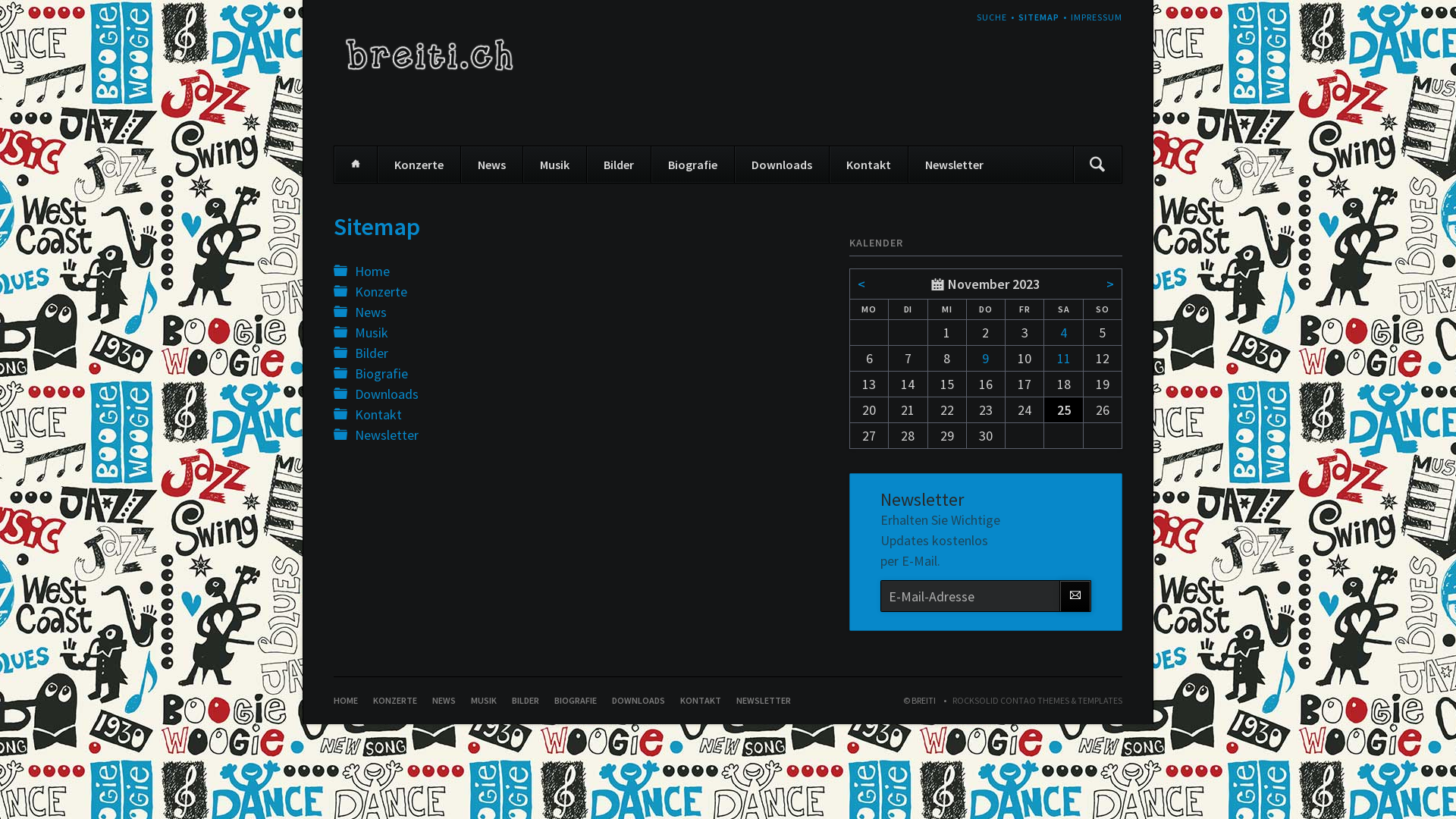 The width and height of the screenshot is (1456, 819). I want to click on 'SUCHE', so click(991, 17).